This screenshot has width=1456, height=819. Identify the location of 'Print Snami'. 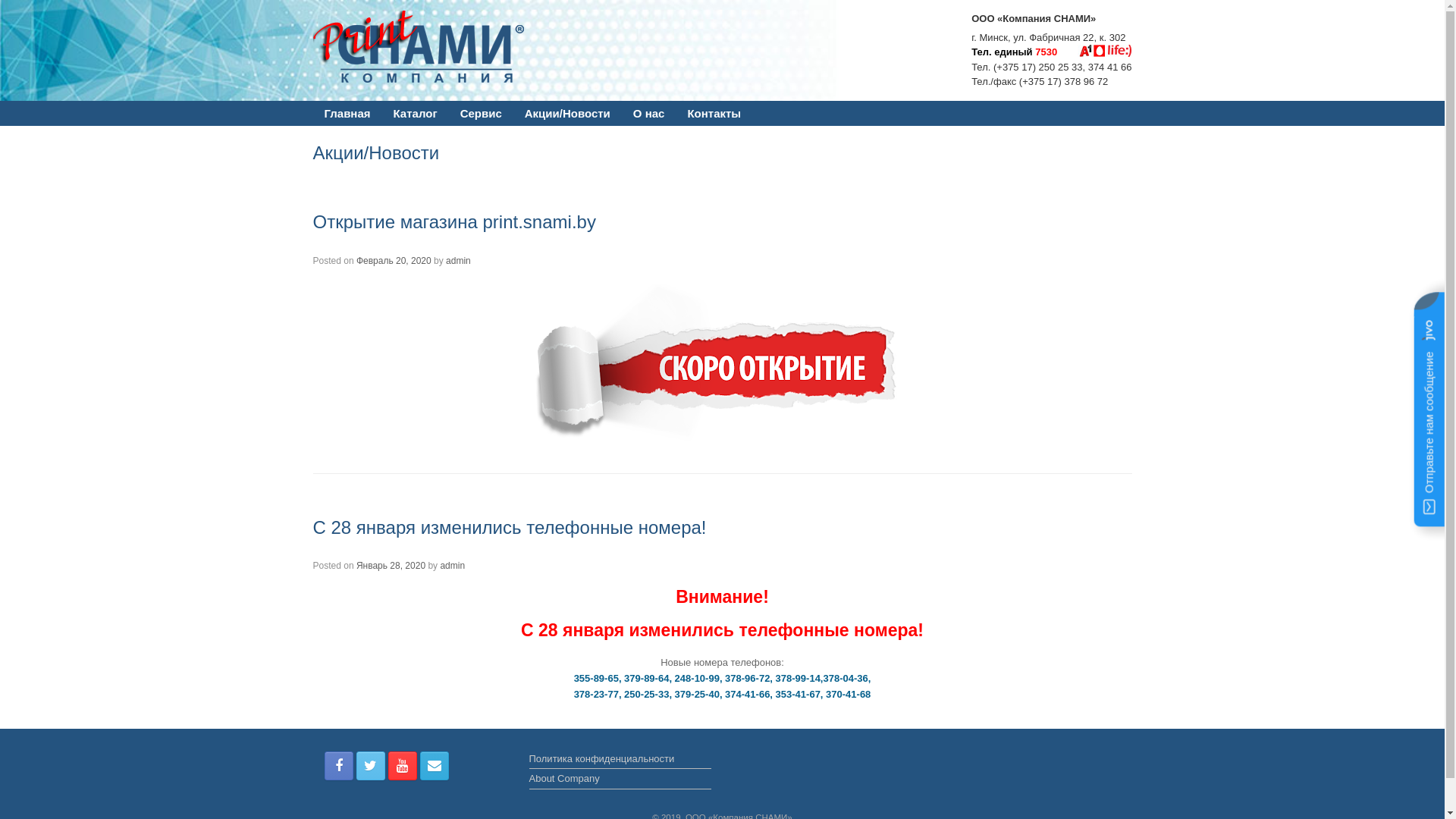
(427, 45).